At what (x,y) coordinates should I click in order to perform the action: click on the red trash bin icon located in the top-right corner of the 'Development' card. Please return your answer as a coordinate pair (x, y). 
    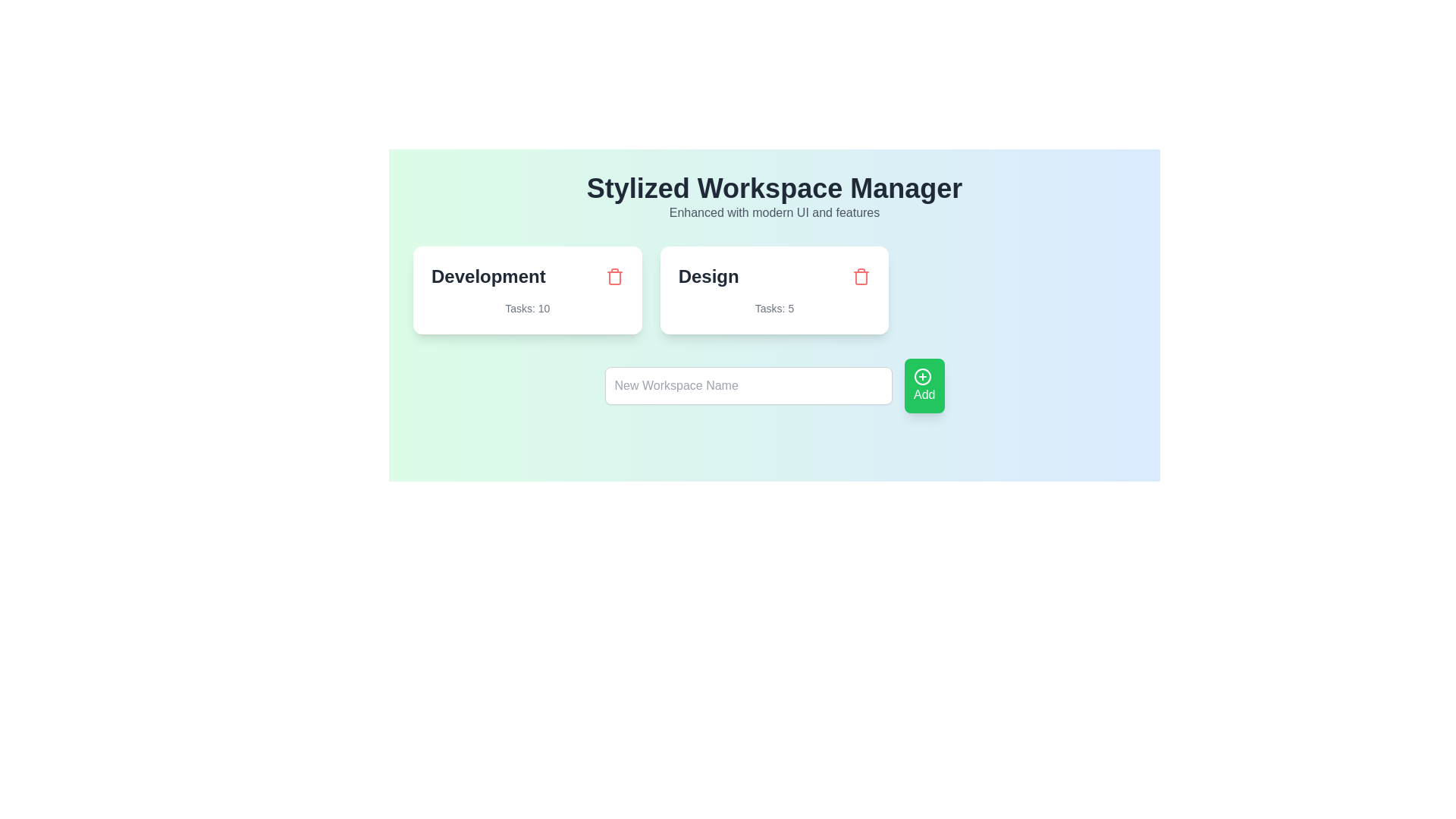
    Looking at the image, I should click on (614, 277).